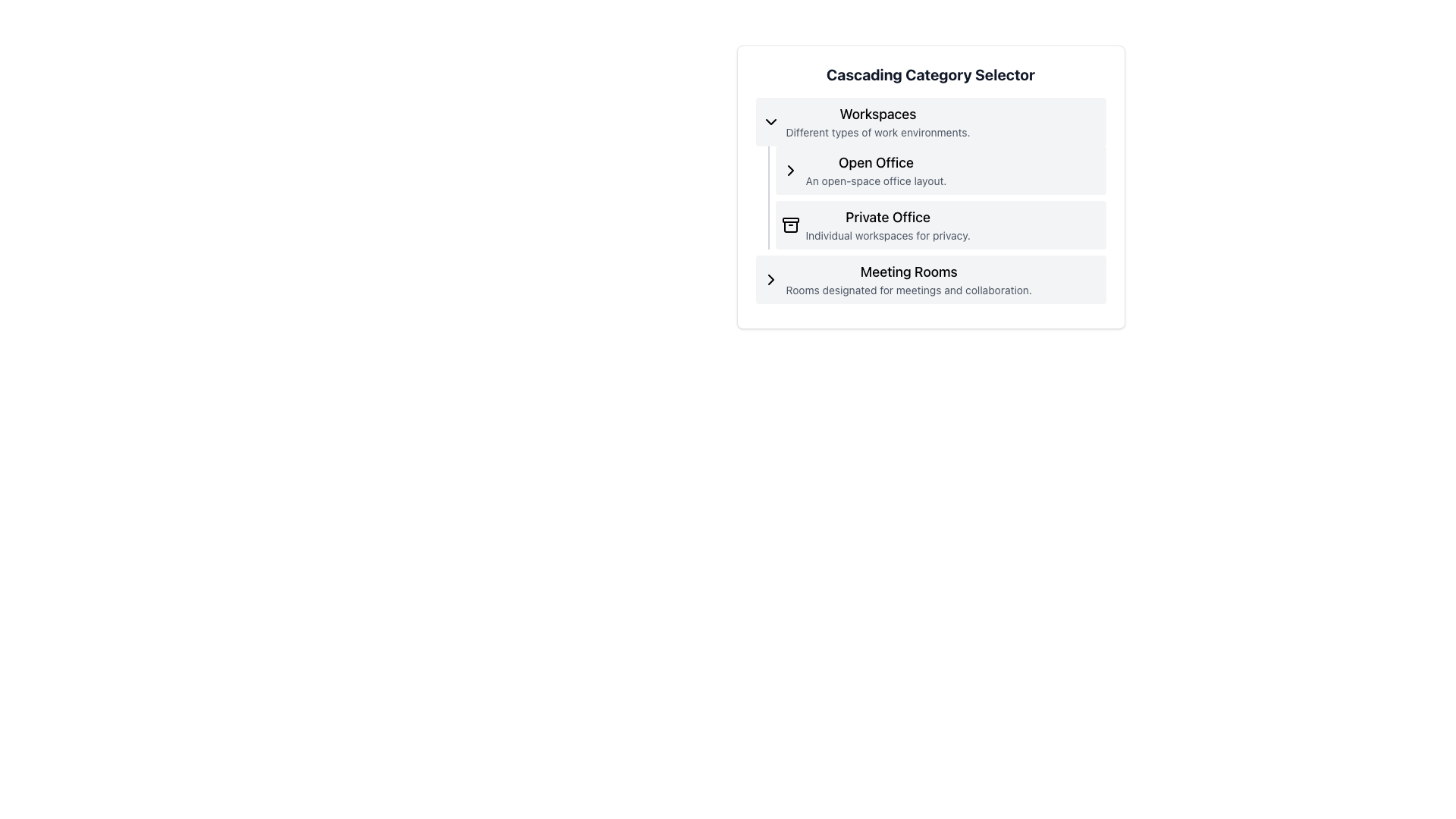 The image size is (1456, 819). What do you see at coordinates (940, 225) in the screenshot?
I see `to select the 'Private Office' option in the cascading selection interface, which is the second item in the 'Workspaces' category list and features a prominent title and description` at bounding box center [940, 225].